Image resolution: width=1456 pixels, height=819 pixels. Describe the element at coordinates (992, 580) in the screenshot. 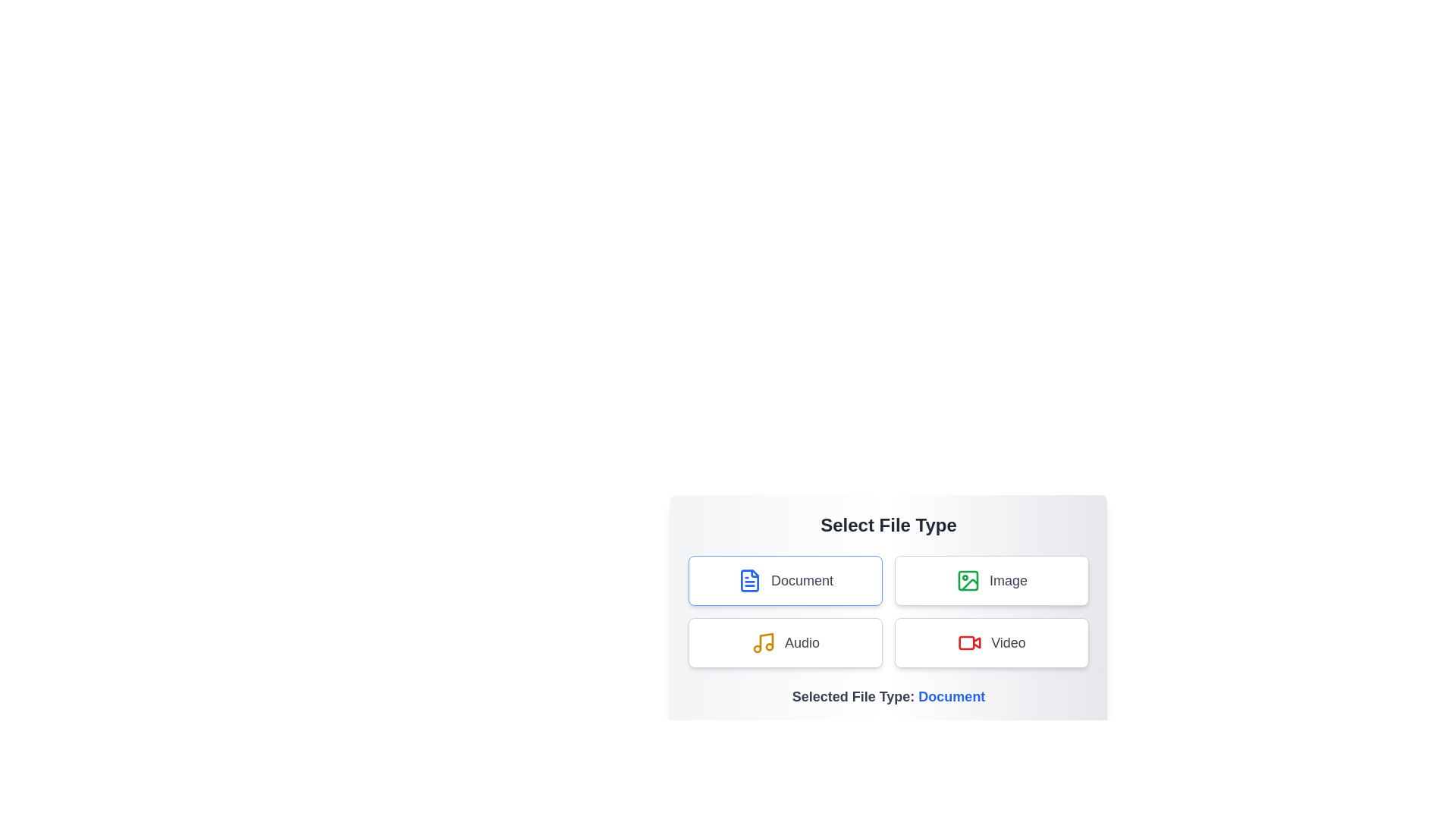

I see `the 'Image' button, which is a rectangular button with a white background, a green image icon, and a medium grey label` at that location.